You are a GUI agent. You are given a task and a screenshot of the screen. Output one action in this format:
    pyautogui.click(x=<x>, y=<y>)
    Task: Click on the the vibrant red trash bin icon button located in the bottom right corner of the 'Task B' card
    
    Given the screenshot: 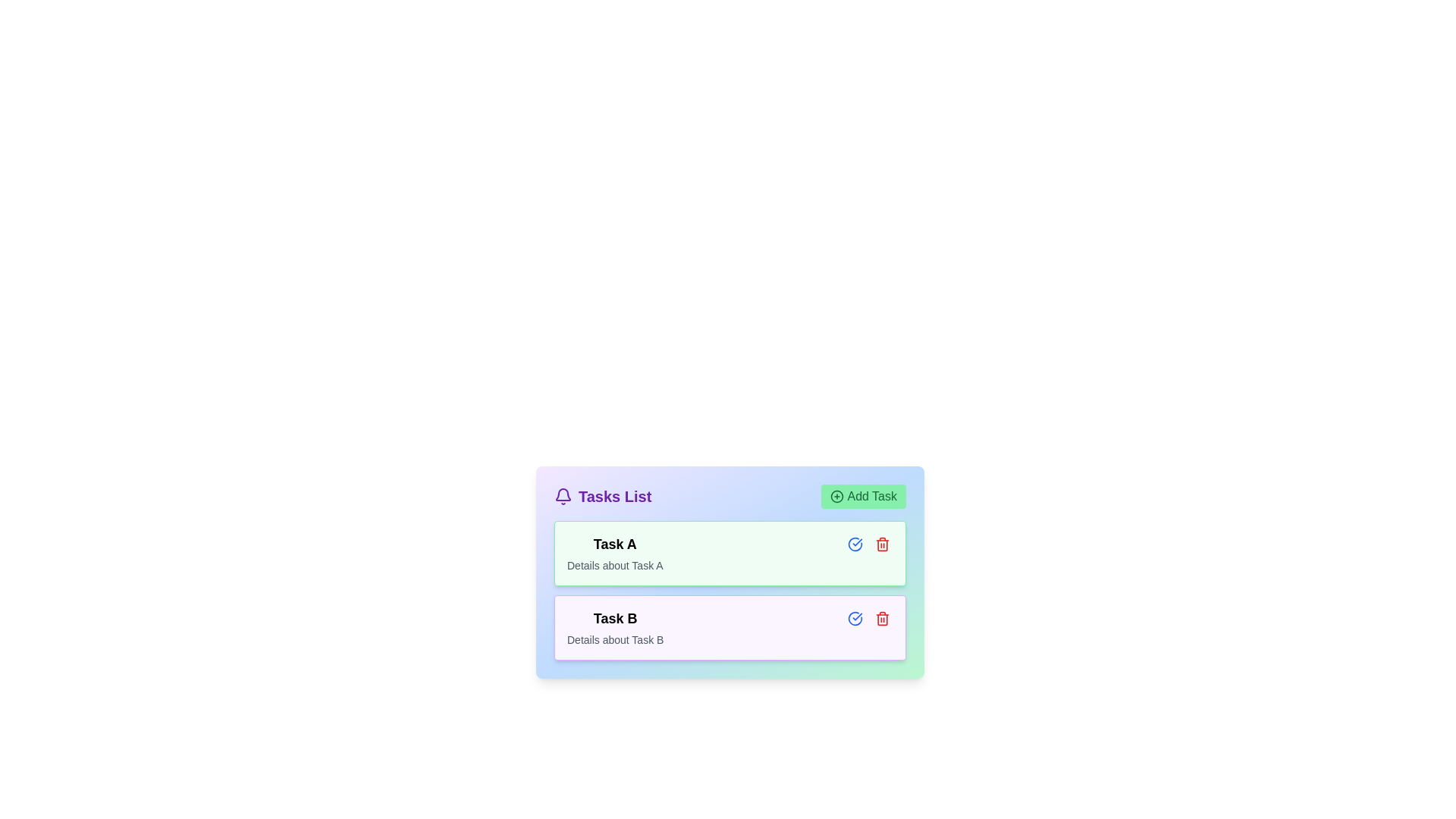 What is the action you would take?
    pyautogui.click(x=882, y=619)
    